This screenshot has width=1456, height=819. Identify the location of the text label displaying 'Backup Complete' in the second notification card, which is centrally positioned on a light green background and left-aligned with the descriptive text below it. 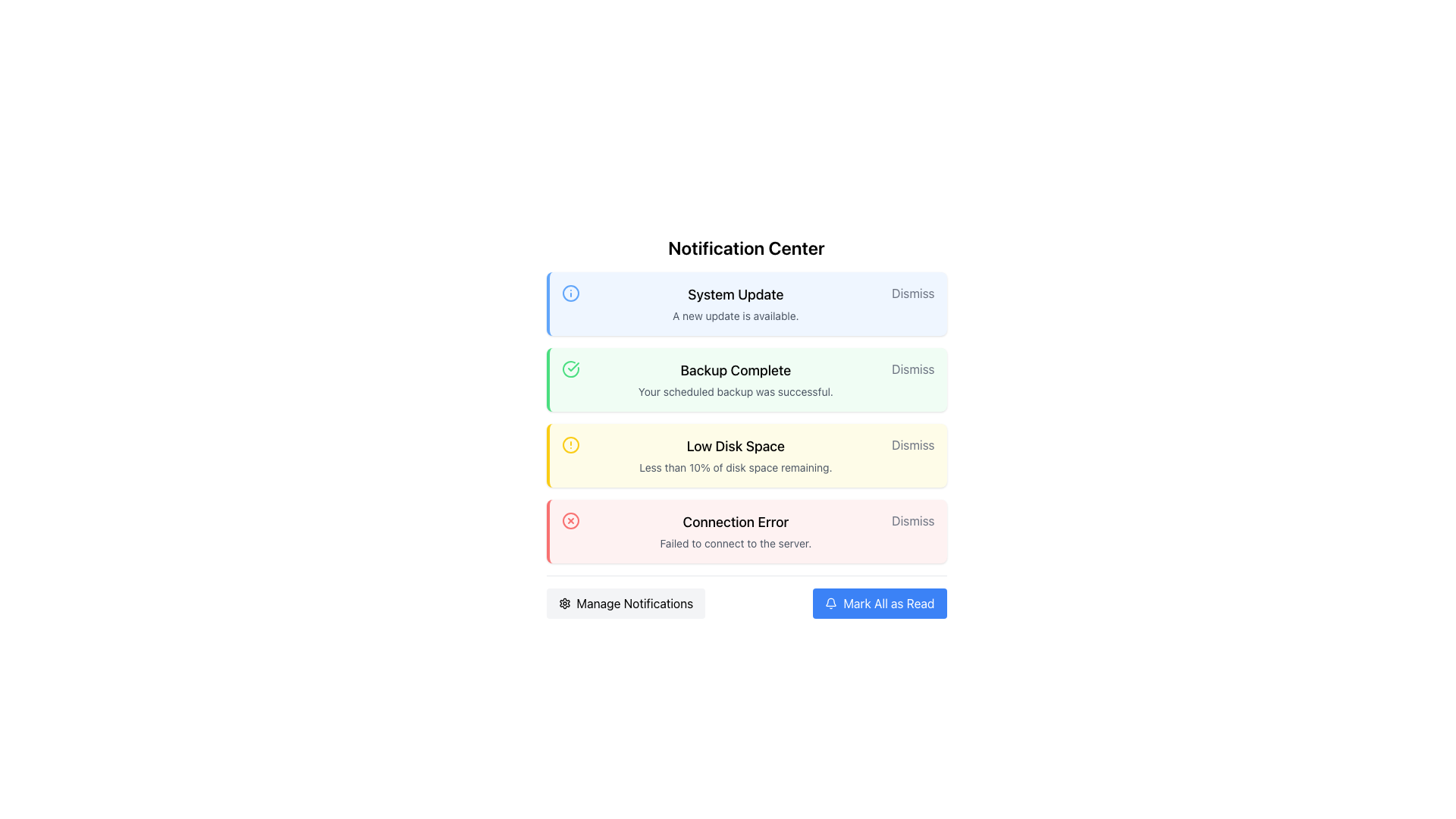
(736, 371).